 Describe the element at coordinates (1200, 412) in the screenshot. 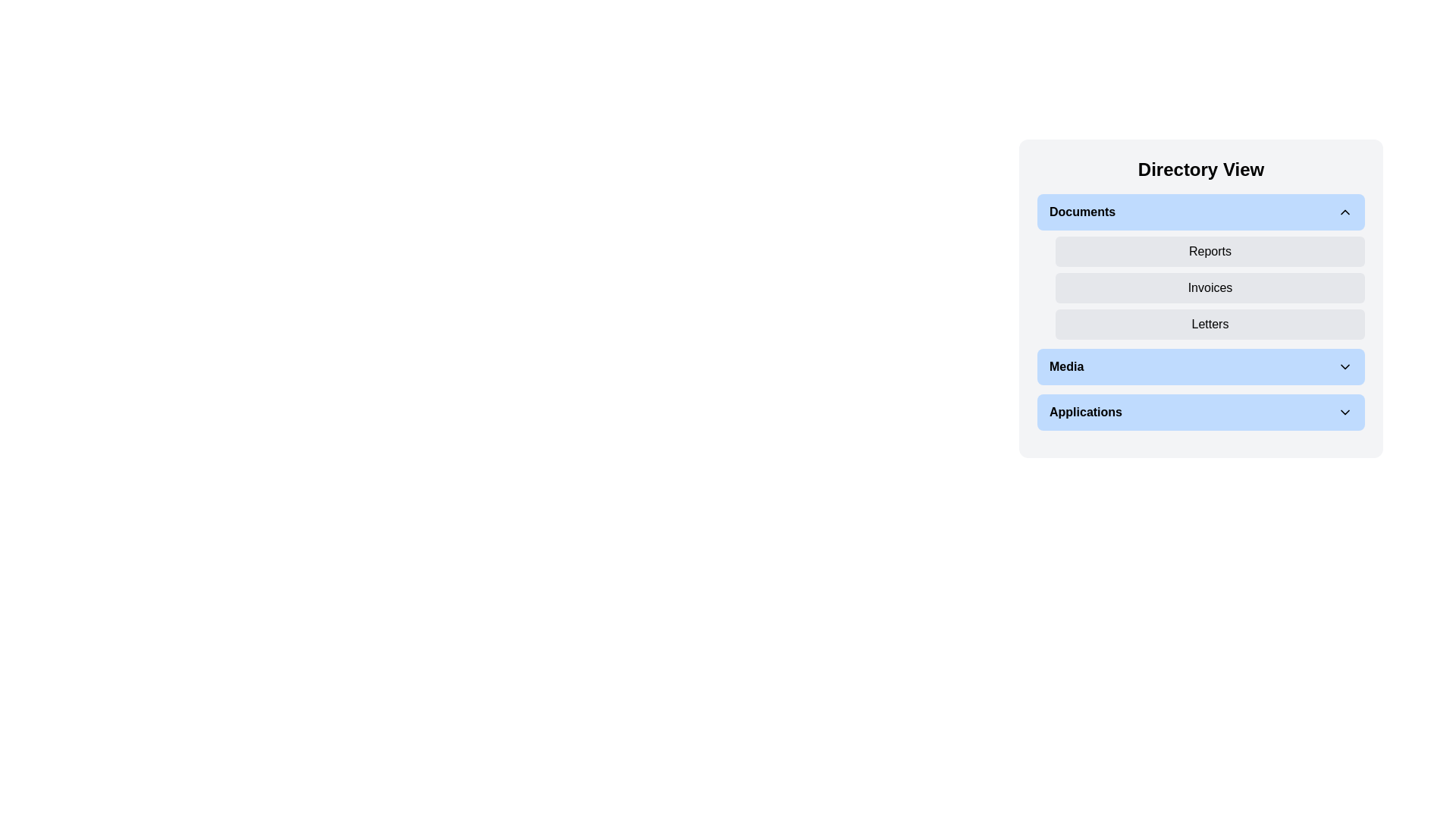

I see `the 'Applications' dropdown toggle button` at that location.